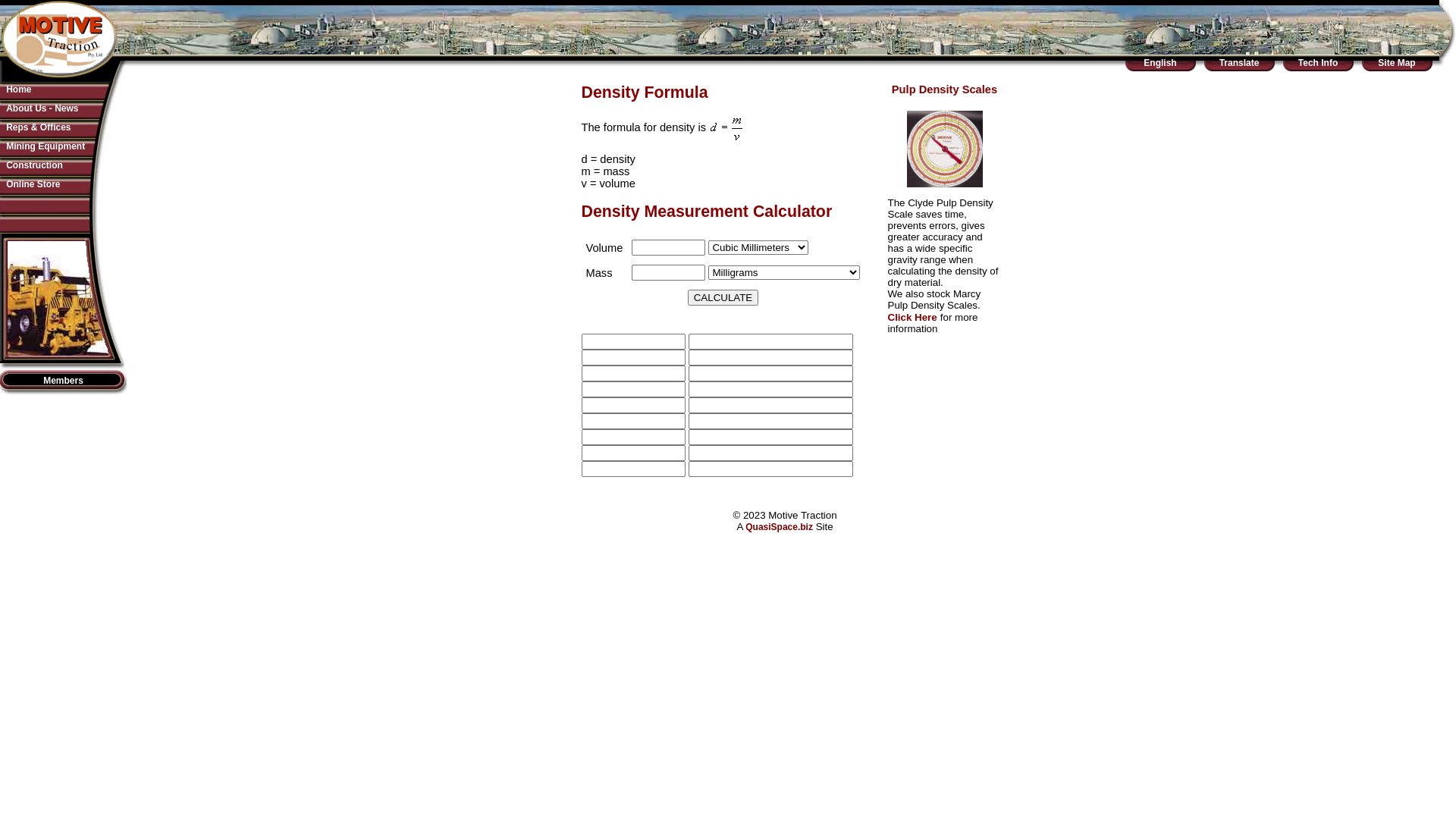  Describe the element at coordinates (6, 89) in the screenshot. I see `'Home'` at that location.